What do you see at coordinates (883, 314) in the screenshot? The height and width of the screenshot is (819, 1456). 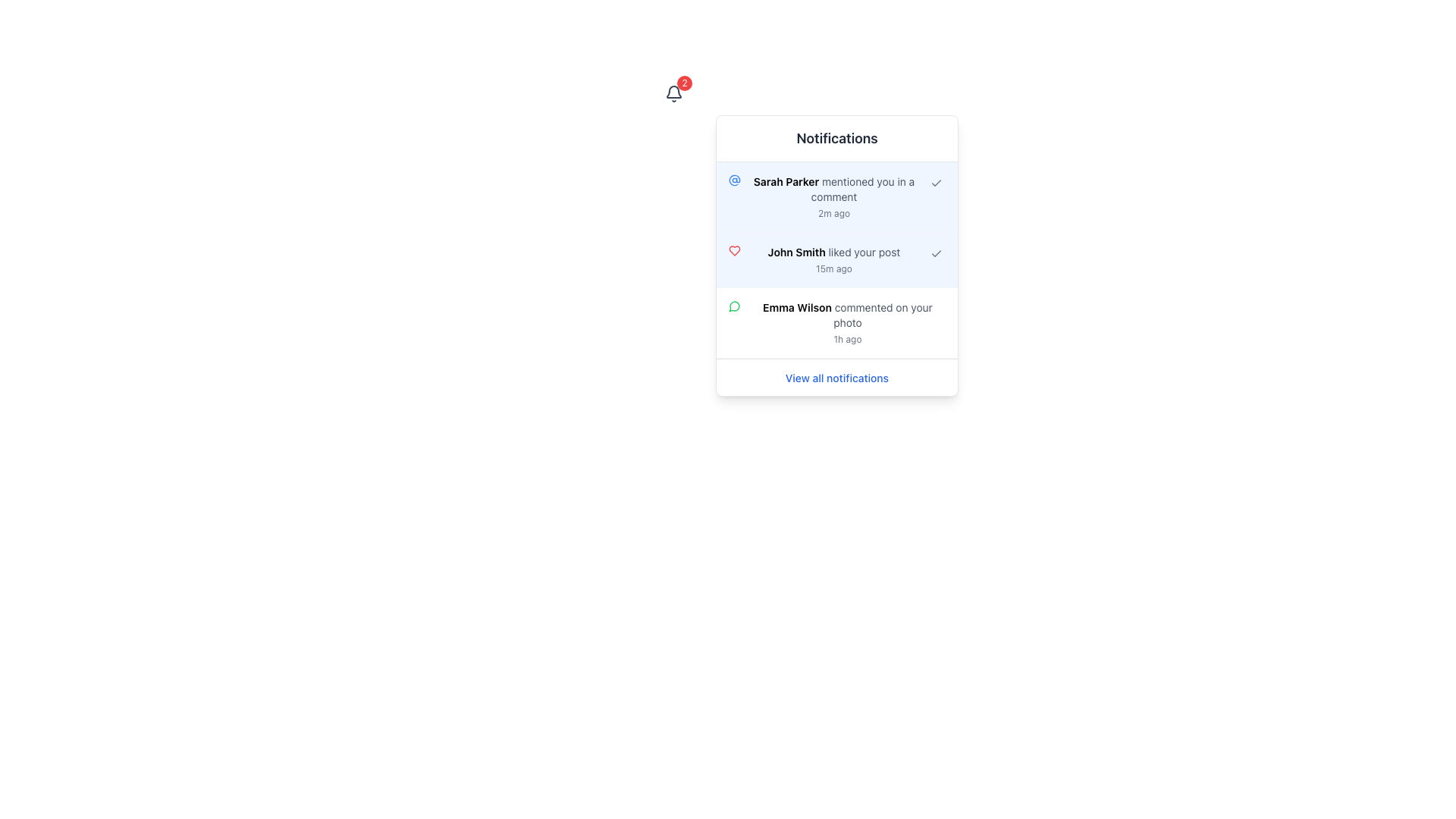 I see `text that provides additional details about the action performed by 'Emma Wilson' in the notification, which specifies that she commented on a photo. This text is located to the right of 'Emma Wilson' in the third notification in the list` at bounding box center [883, 314].